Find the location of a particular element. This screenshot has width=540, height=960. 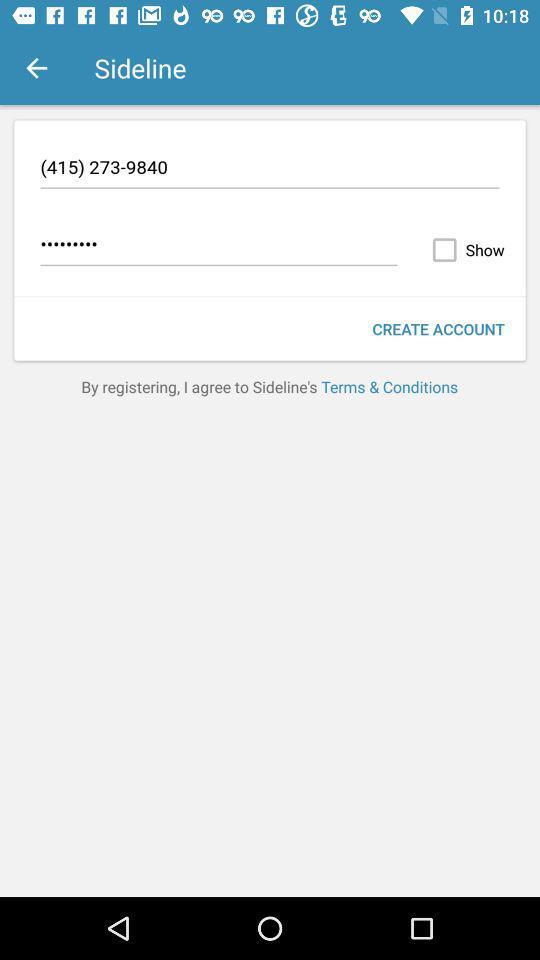

show icon is located at coordinates (464, 249).